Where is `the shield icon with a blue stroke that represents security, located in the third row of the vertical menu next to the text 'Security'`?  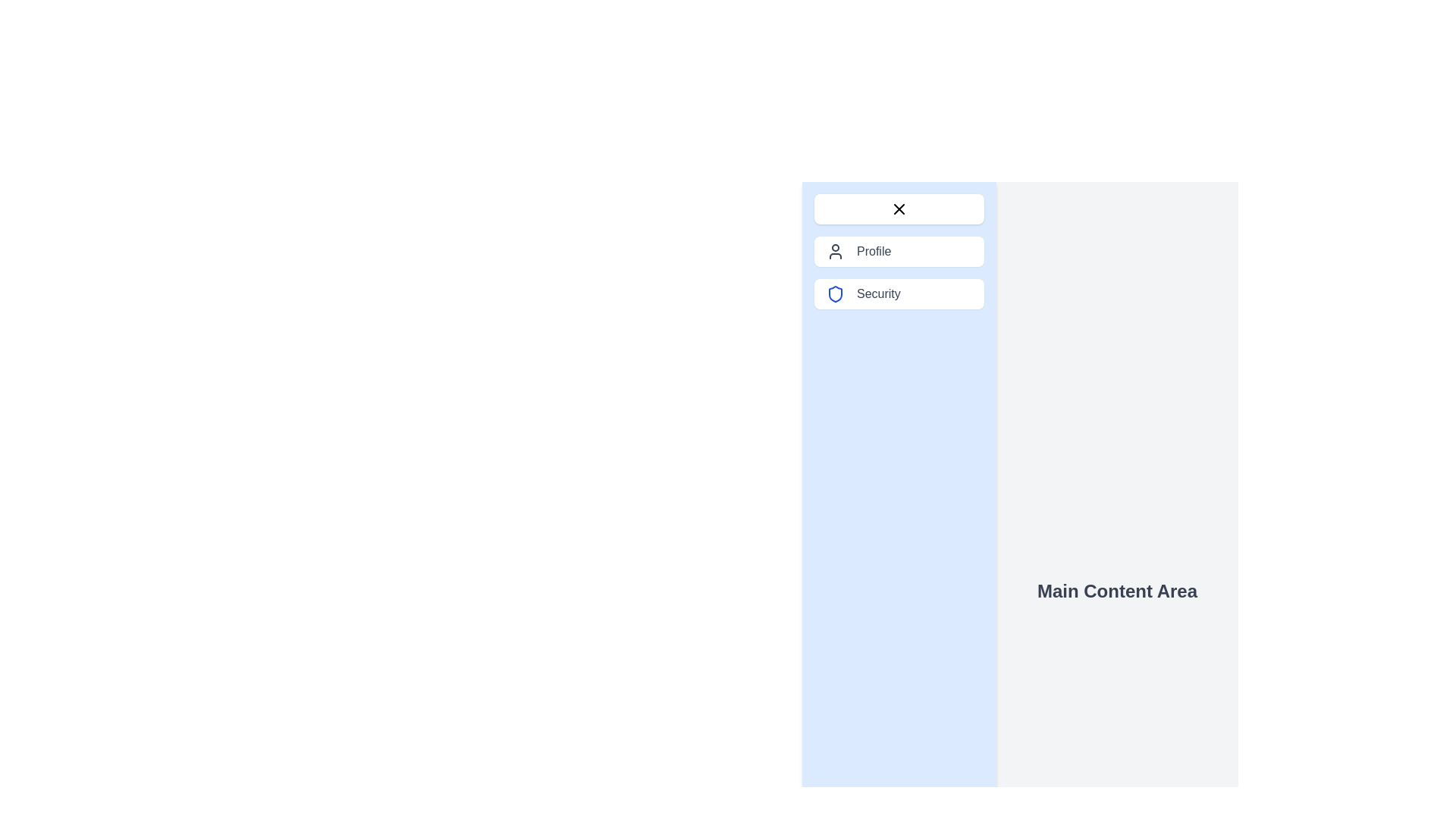
the shield icon with a blue stroke that represents security, located in the third row of the vertical menu next to the text 'Security' is located at coordinates (835, 294).